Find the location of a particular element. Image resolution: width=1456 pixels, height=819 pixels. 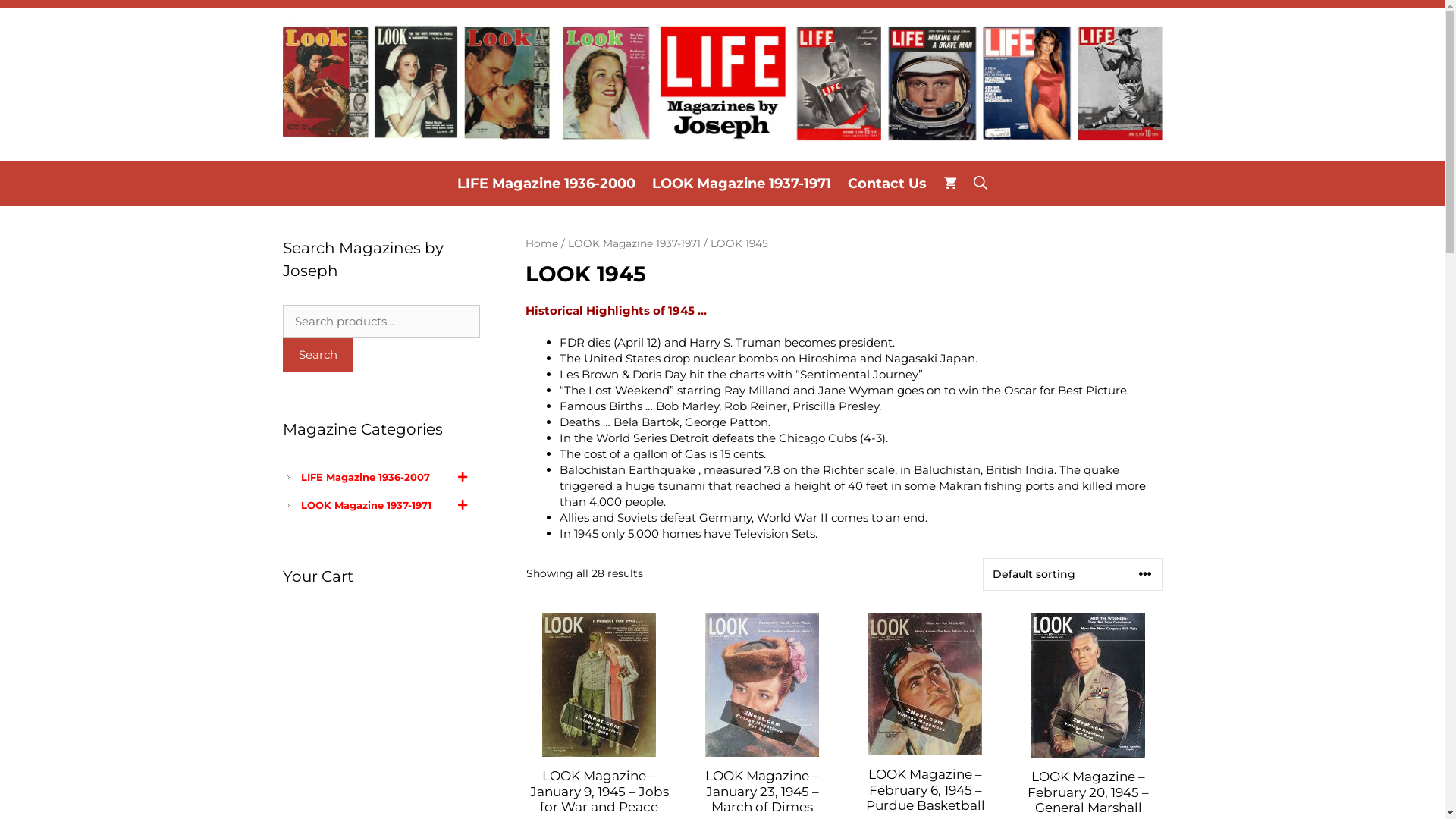

'LOOK Magazine 1937-1971' is located at coordinates (388, 505).